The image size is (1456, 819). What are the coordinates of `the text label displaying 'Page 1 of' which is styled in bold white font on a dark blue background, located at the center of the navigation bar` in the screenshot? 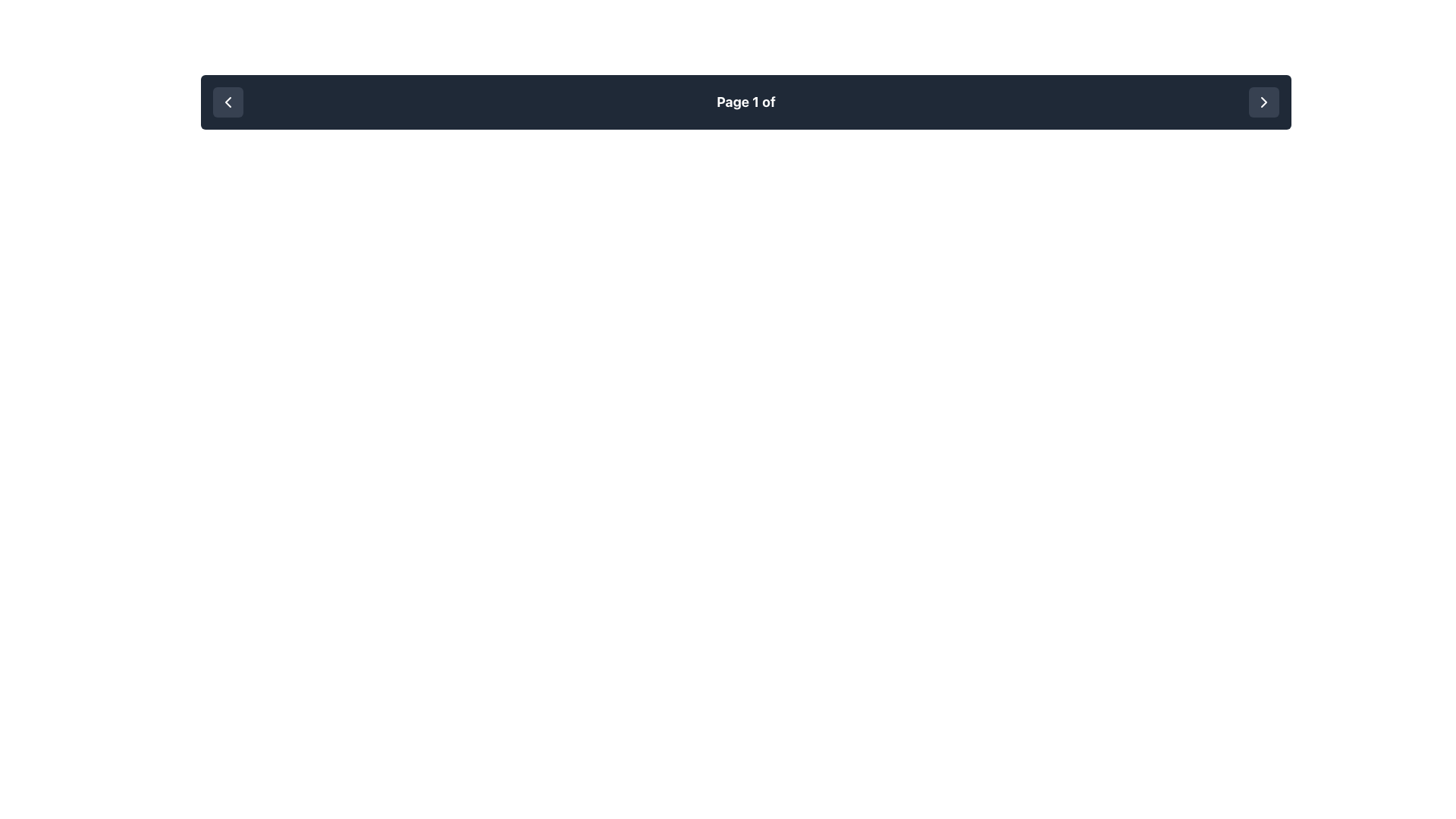 It's located at (745, 102).